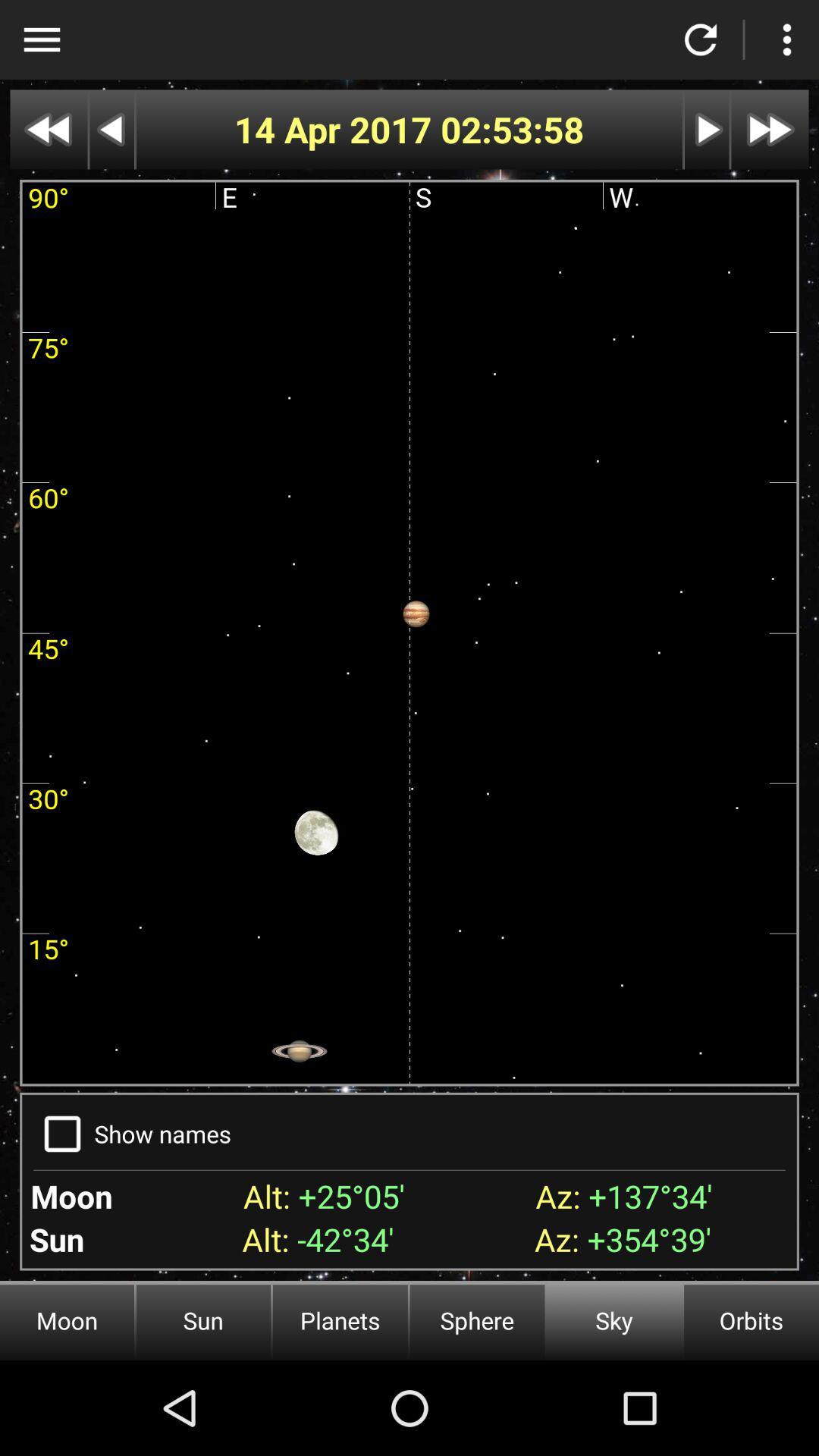  Describe the element at coordinates (786, 39) in the screenshot. I see `open more options or settings` at that location.